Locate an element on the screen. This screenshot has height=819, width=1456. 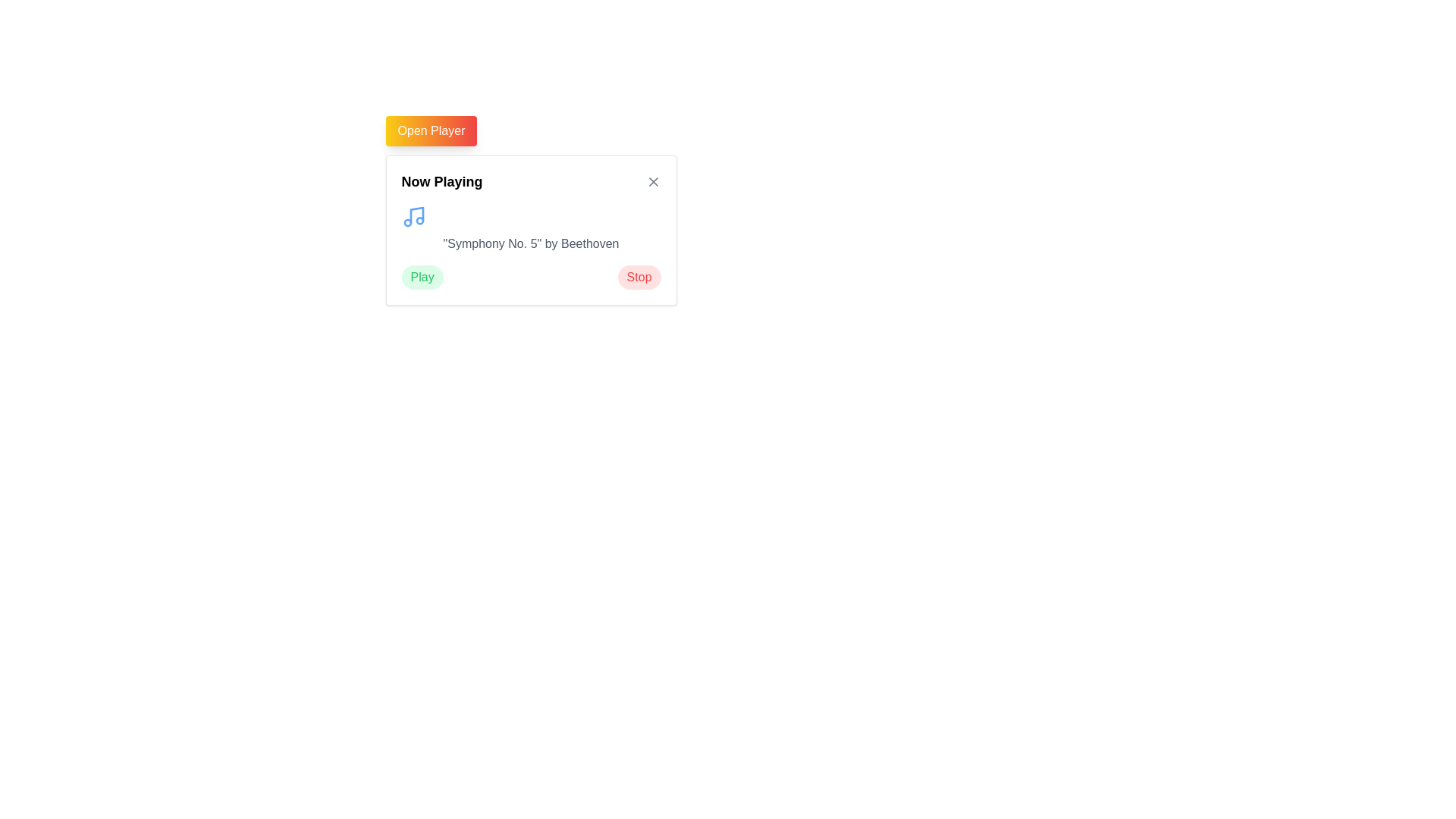
the close button located in the top-right corner of the 'Now Playing' section to hide or remove it from view is located at coordinates (653, 180).